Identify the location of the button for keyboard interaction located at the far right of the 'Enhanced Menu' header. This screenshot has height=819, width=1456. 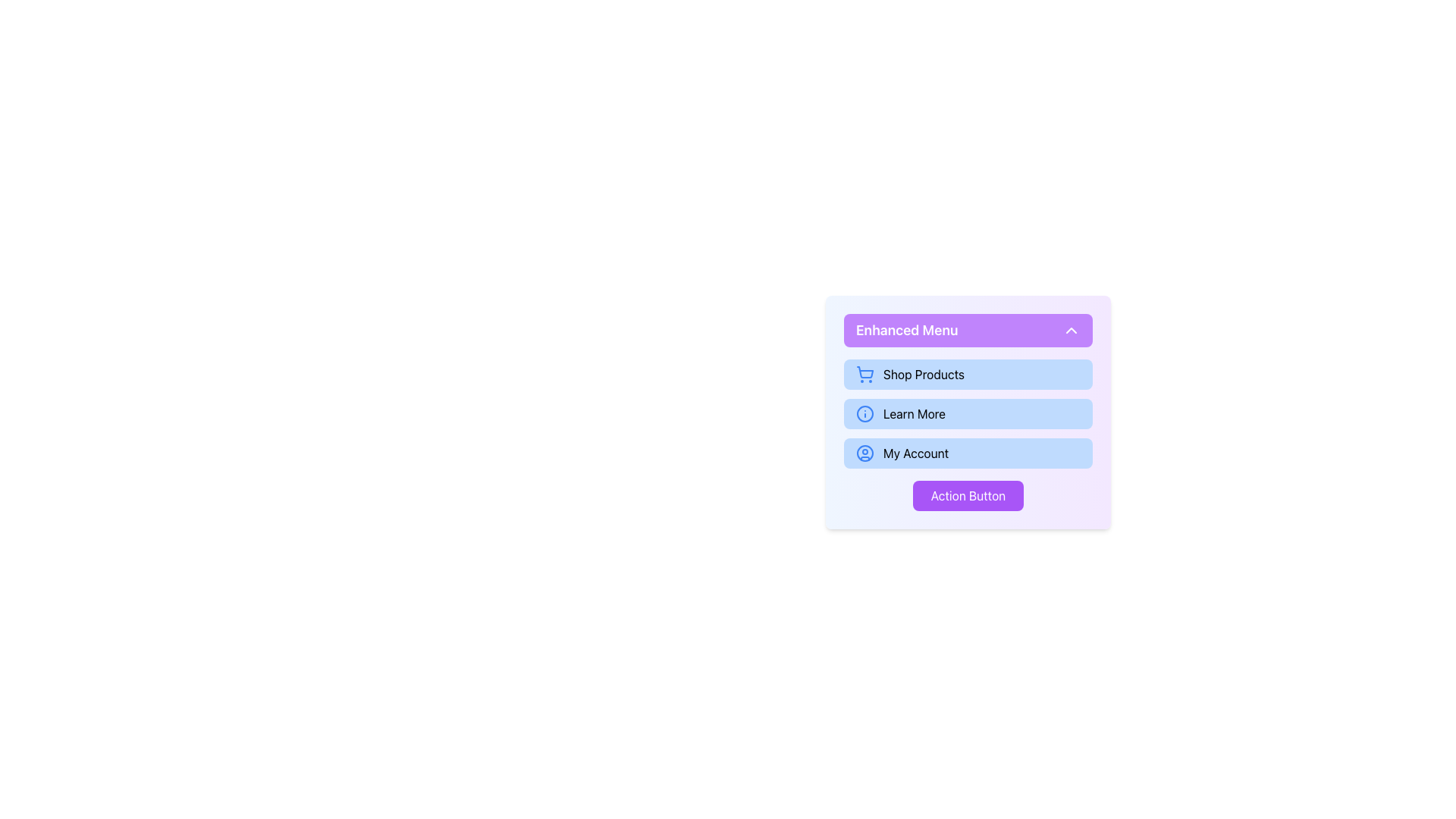
(1070, 329).